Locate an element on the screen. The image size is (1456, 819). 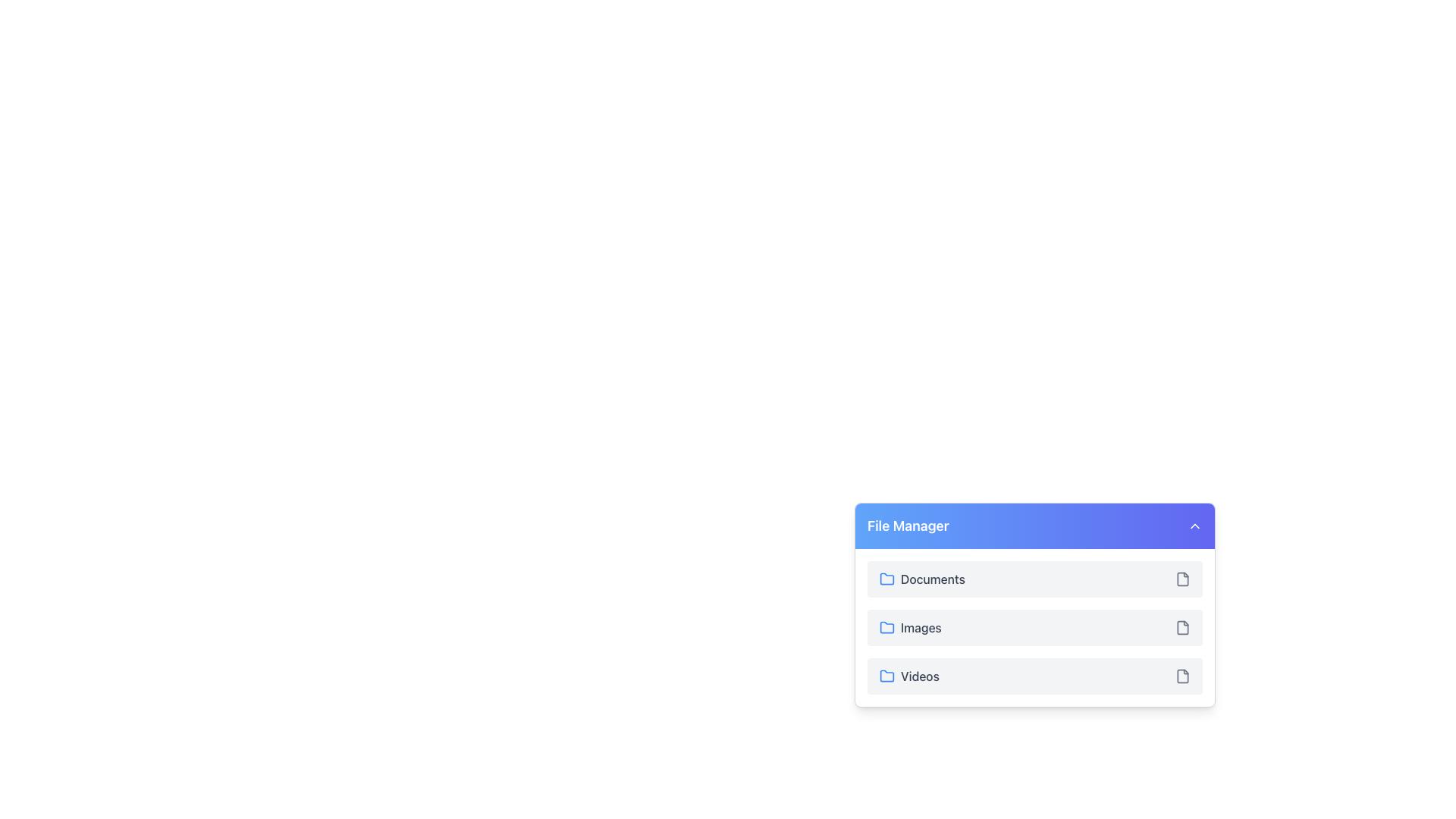
the 'Images' section in the File Manager is located at coordinates (1034, 628).